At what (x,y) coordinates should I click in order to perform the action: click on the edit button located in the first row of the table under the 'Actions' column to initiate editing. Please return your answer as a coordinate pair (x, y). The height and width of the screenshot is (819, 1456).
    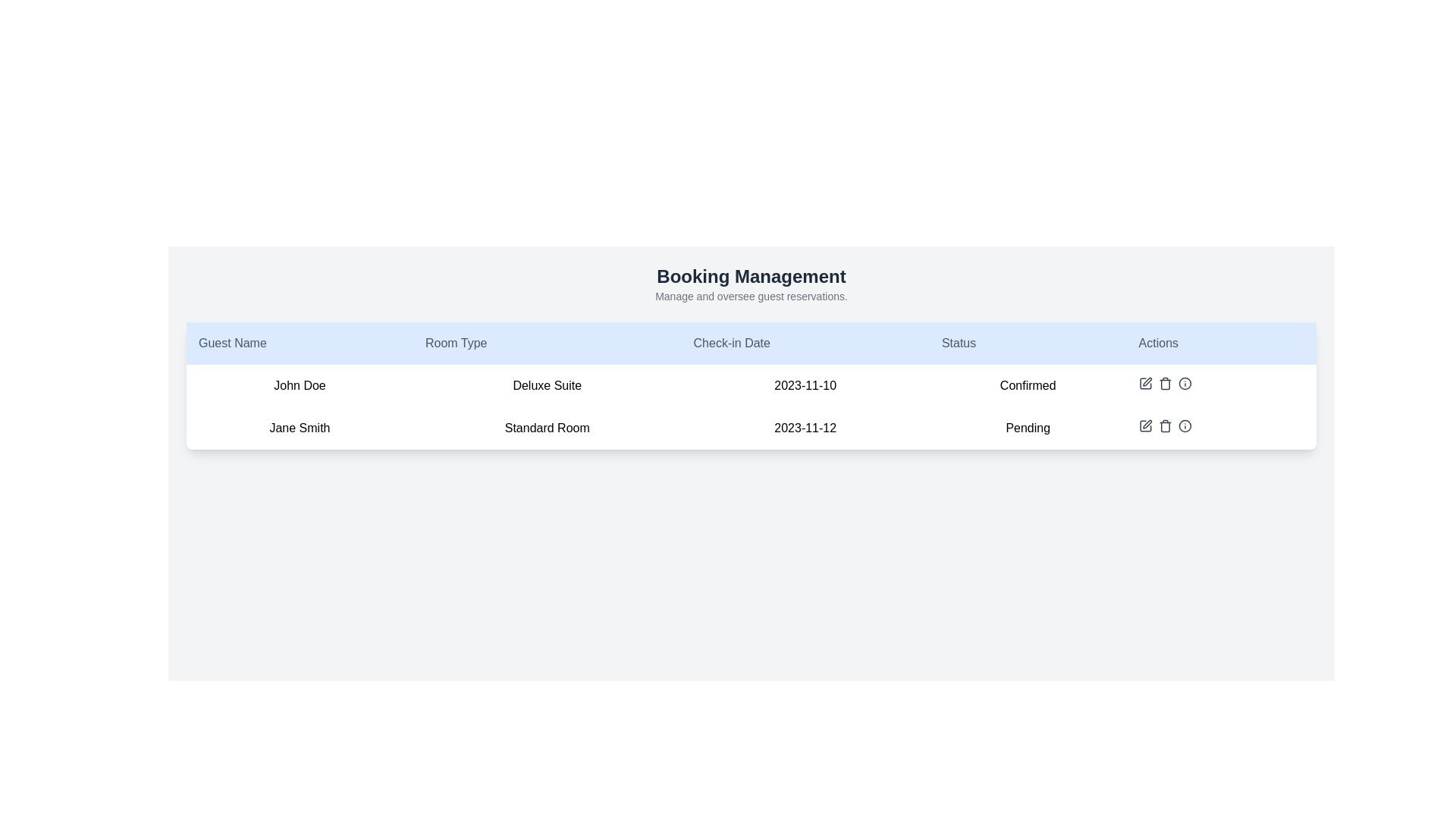
    Looking at the image, I should click on (1145, 382).